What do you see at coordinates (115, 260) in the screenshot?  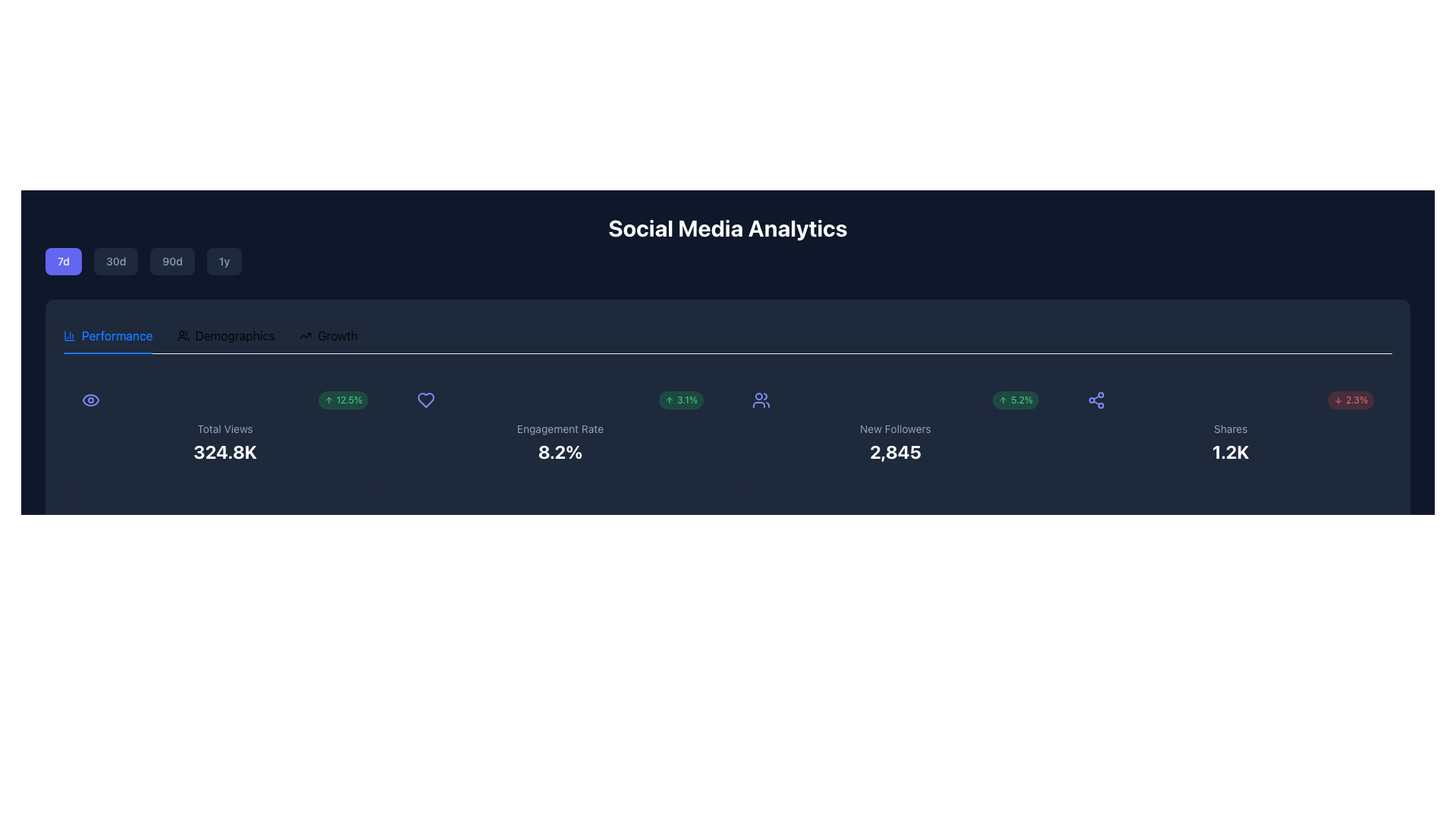 I see `the second button from the left at the top-left section of the interface` at bounding box center [115, 260].